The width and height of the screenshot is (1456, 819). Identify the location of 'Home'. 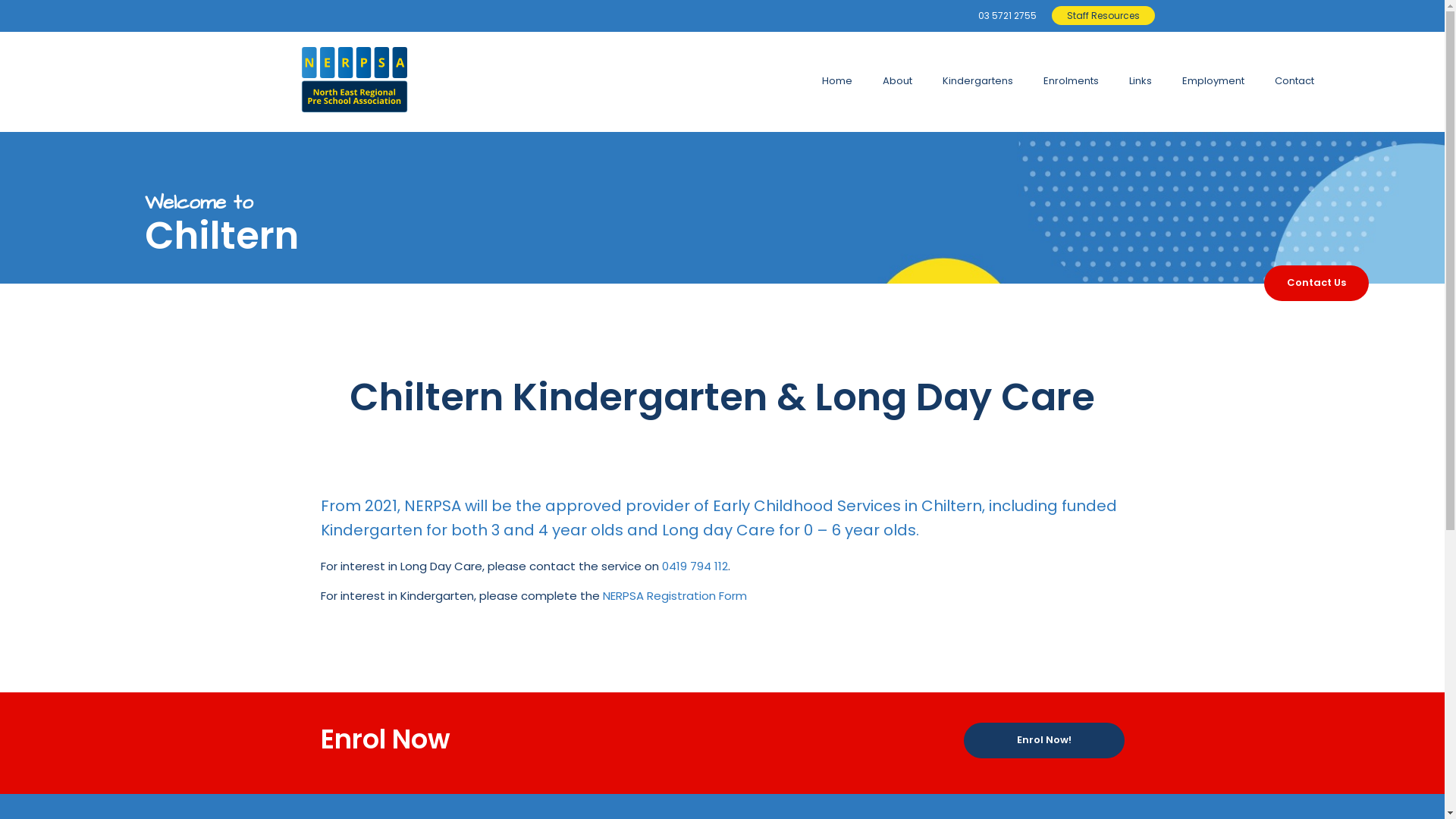
(836, 80).